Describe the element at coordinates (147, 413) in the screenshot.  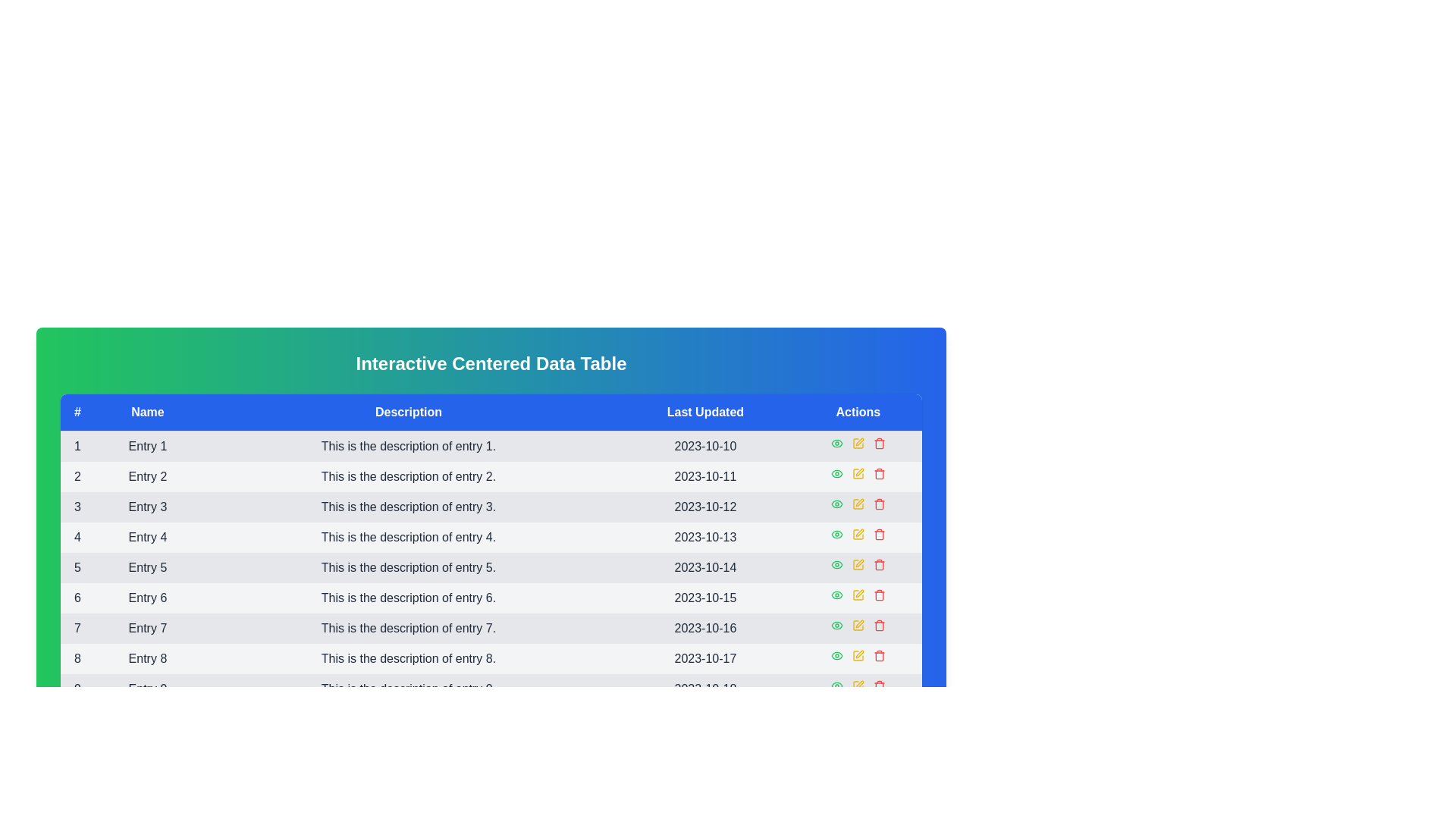
I see `the column header to sort the data by Name` at that location.